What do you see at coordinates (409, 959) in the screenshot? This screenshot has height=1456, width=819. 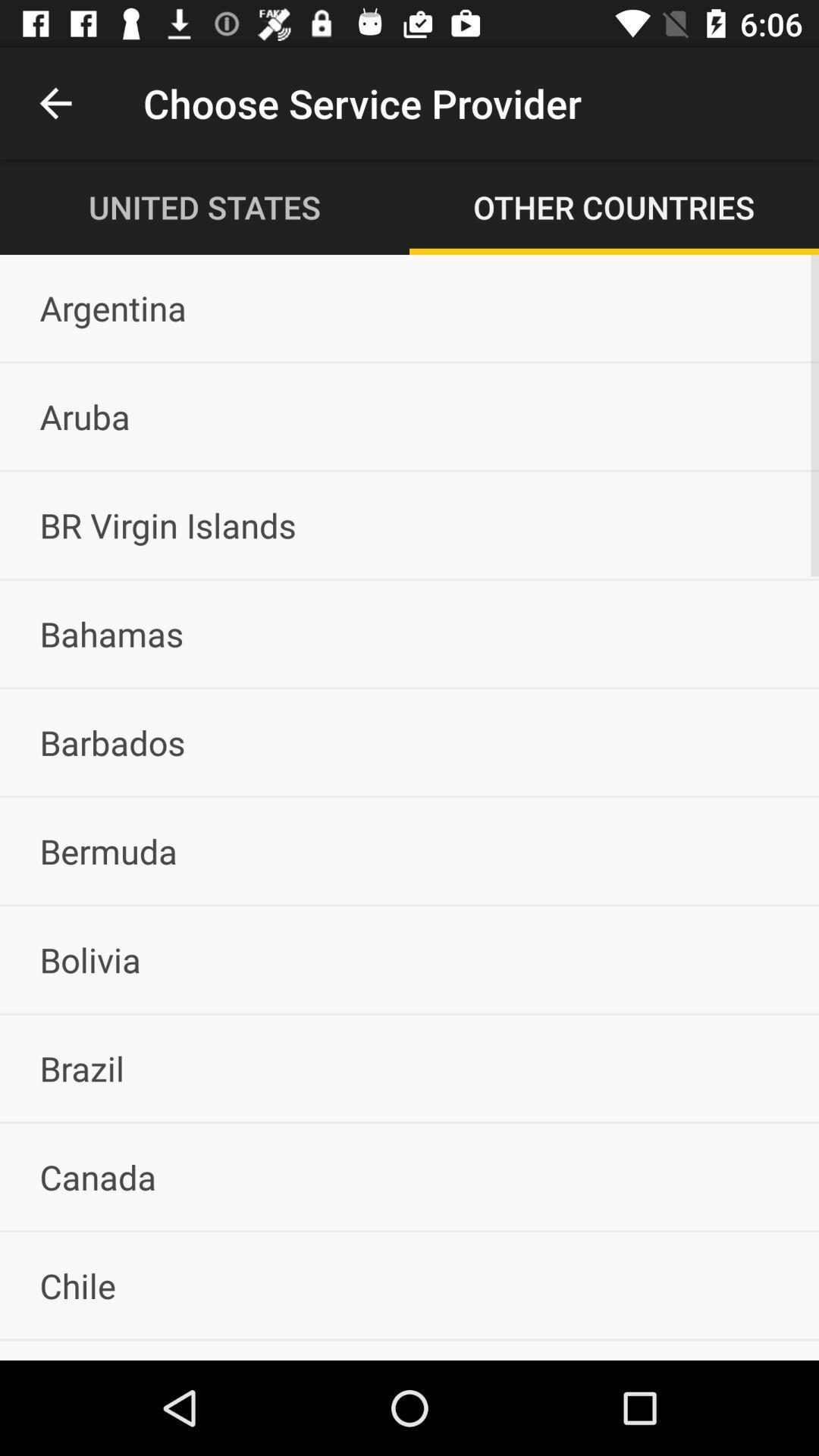 I see `the bolivia` at bounding box center [409, 959].